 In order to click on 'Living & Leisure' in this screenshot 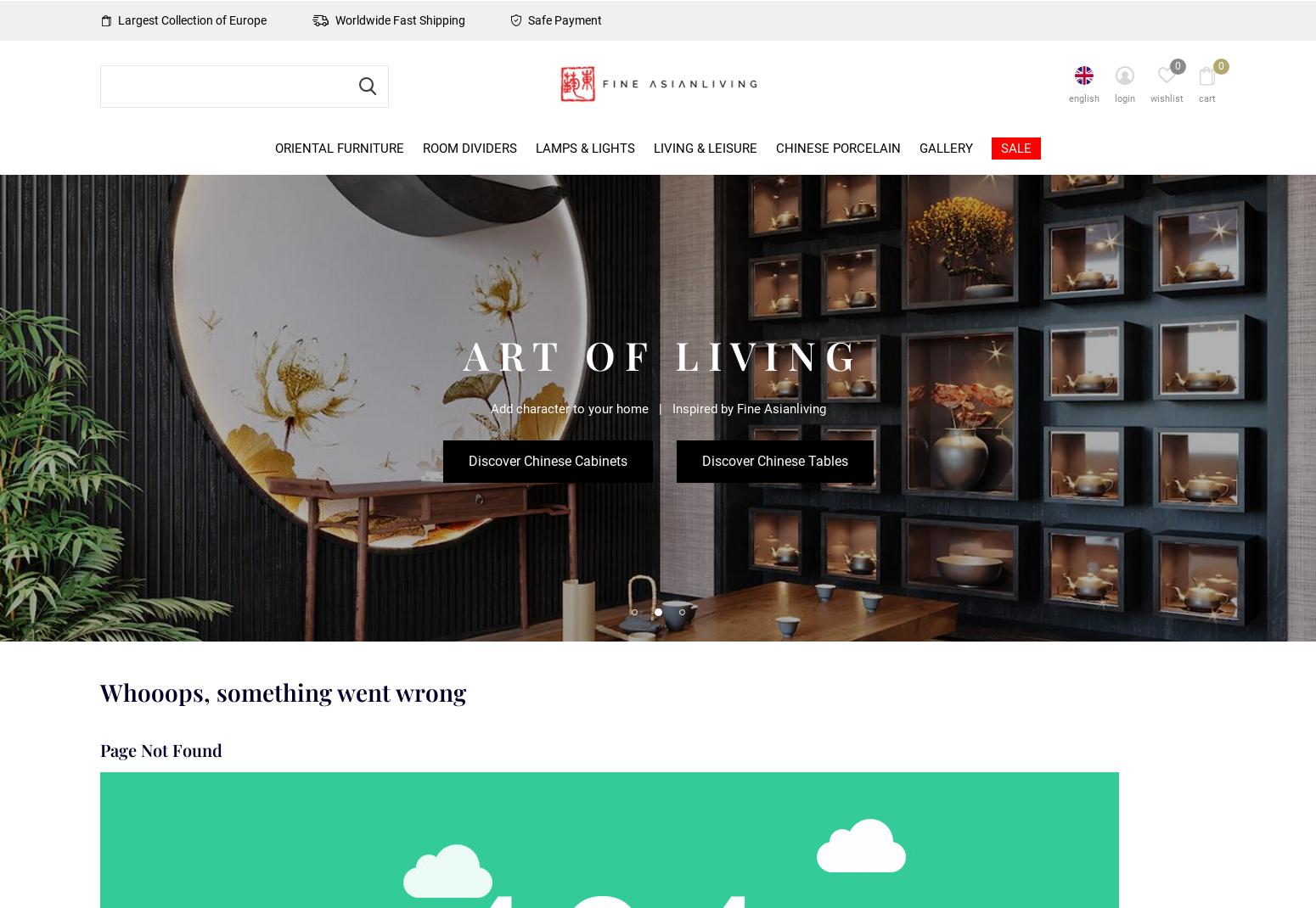, I will do `click(704, 147)`.